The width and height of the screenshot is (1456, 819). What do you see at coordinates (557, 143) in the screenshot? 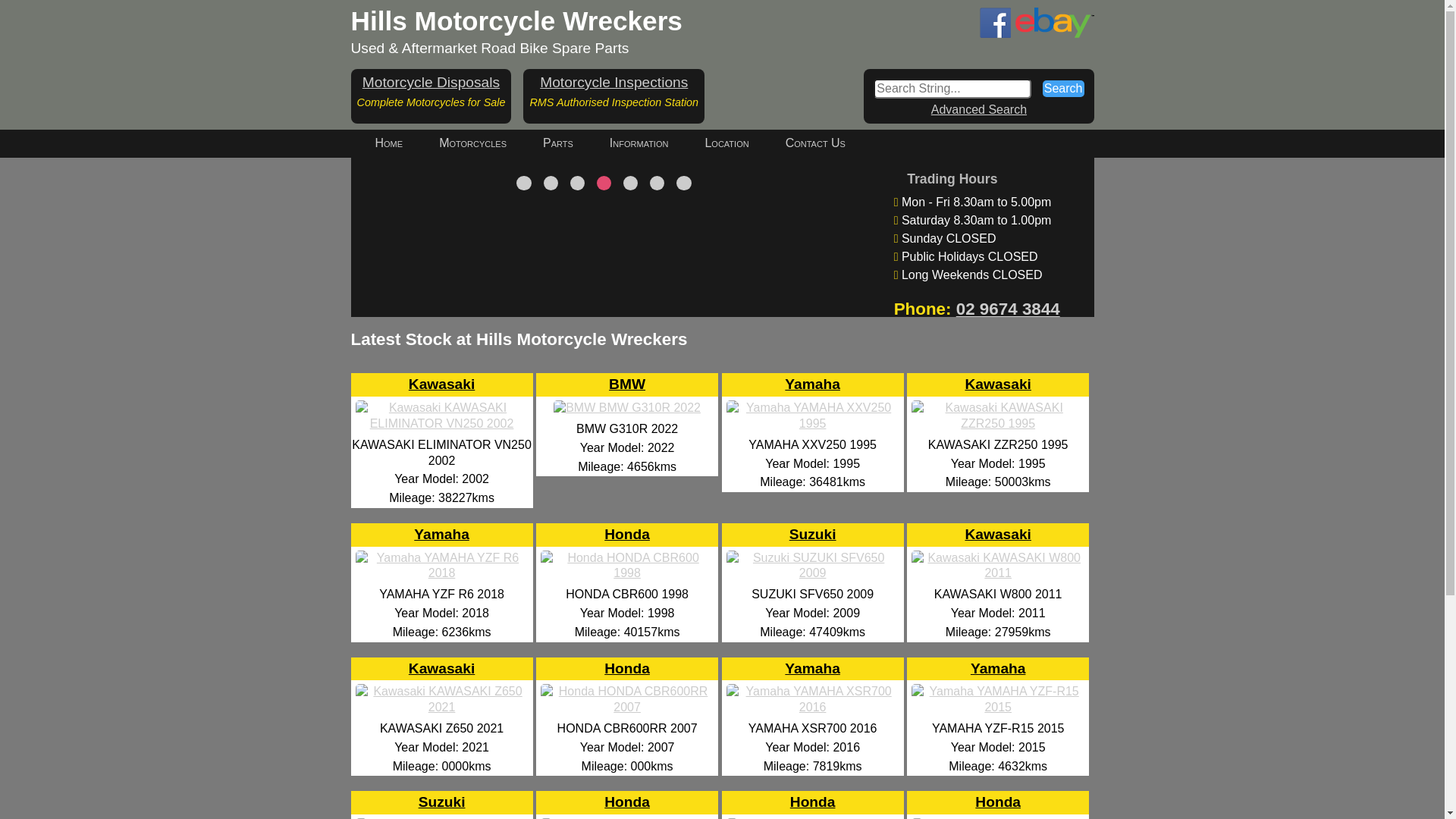
I see `'Parts'` at bounding box center [557, 143].